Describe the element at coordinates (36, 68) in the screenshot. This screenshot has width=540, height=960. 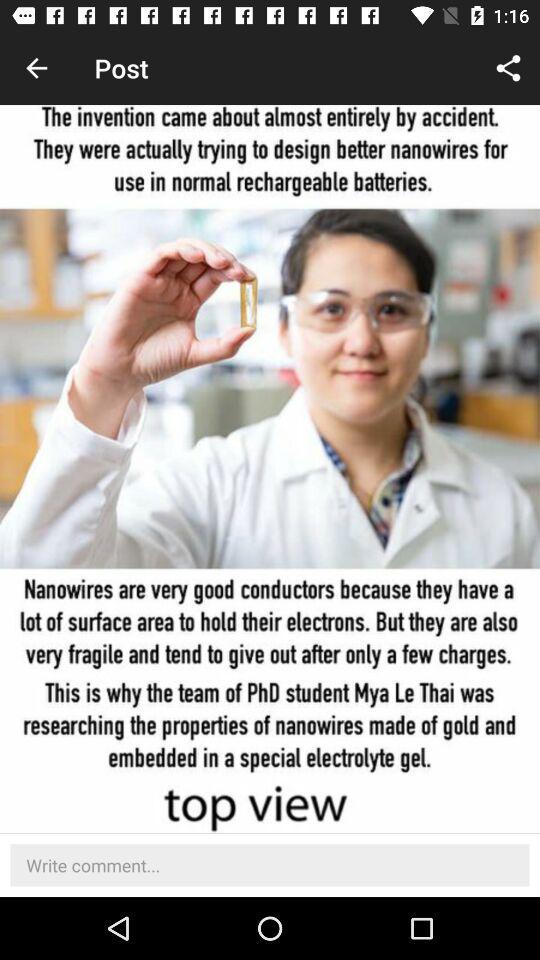
I see `item to the left of post` at that location.